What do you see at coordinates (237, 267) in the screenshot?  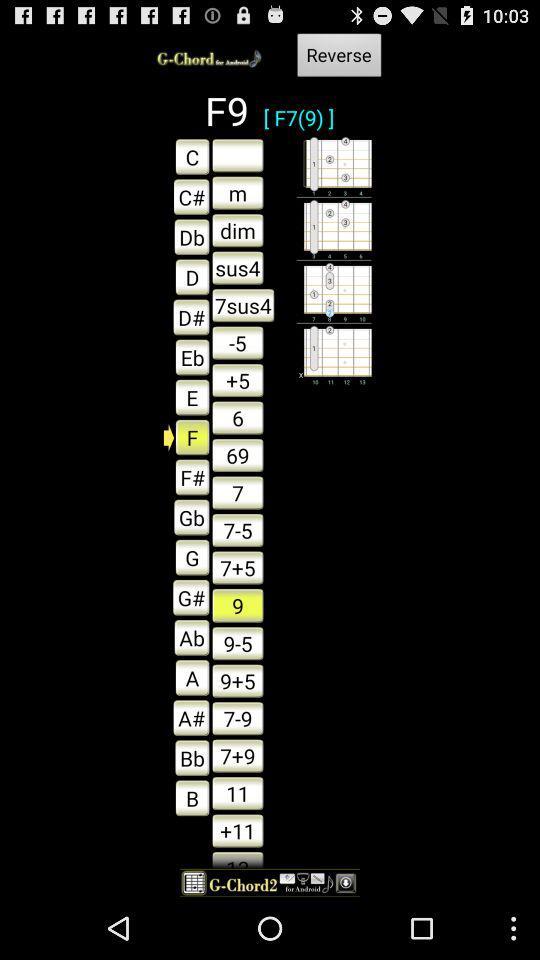 I see `the button having the text sus4` at bounding box center [237, 267].